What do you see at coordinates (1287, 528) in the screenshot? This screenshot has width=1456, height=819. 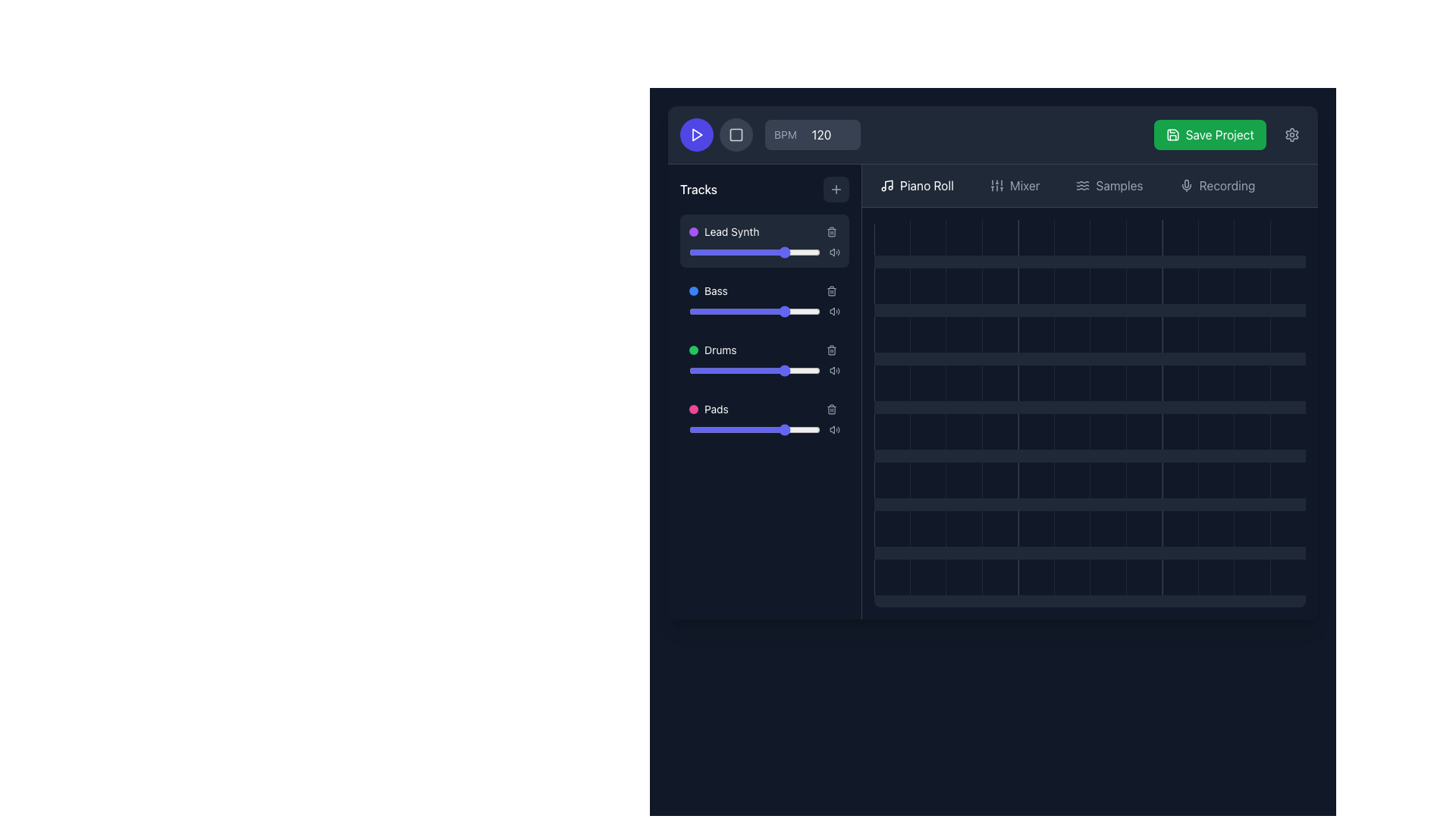 I see `the grid cell located in the bottom right corner of the interactive grid layout, which is the last box in the final row of a 12-column grid` at bounding box center [1287, 528].